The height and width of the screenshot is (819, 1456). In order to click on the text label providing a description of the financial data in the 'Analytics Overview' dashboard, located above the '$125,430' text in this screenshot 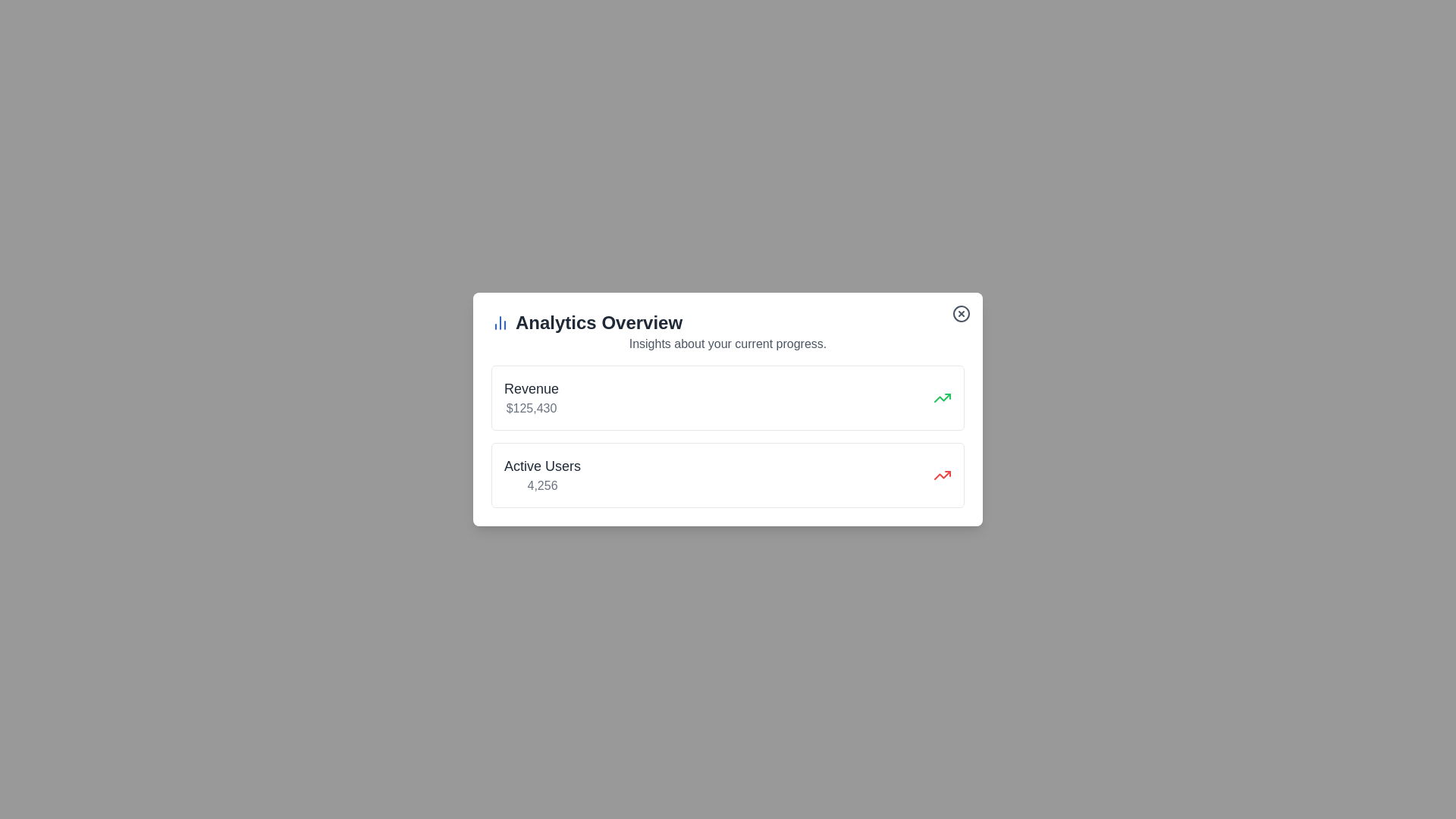, I will do `click(531, 388)`.